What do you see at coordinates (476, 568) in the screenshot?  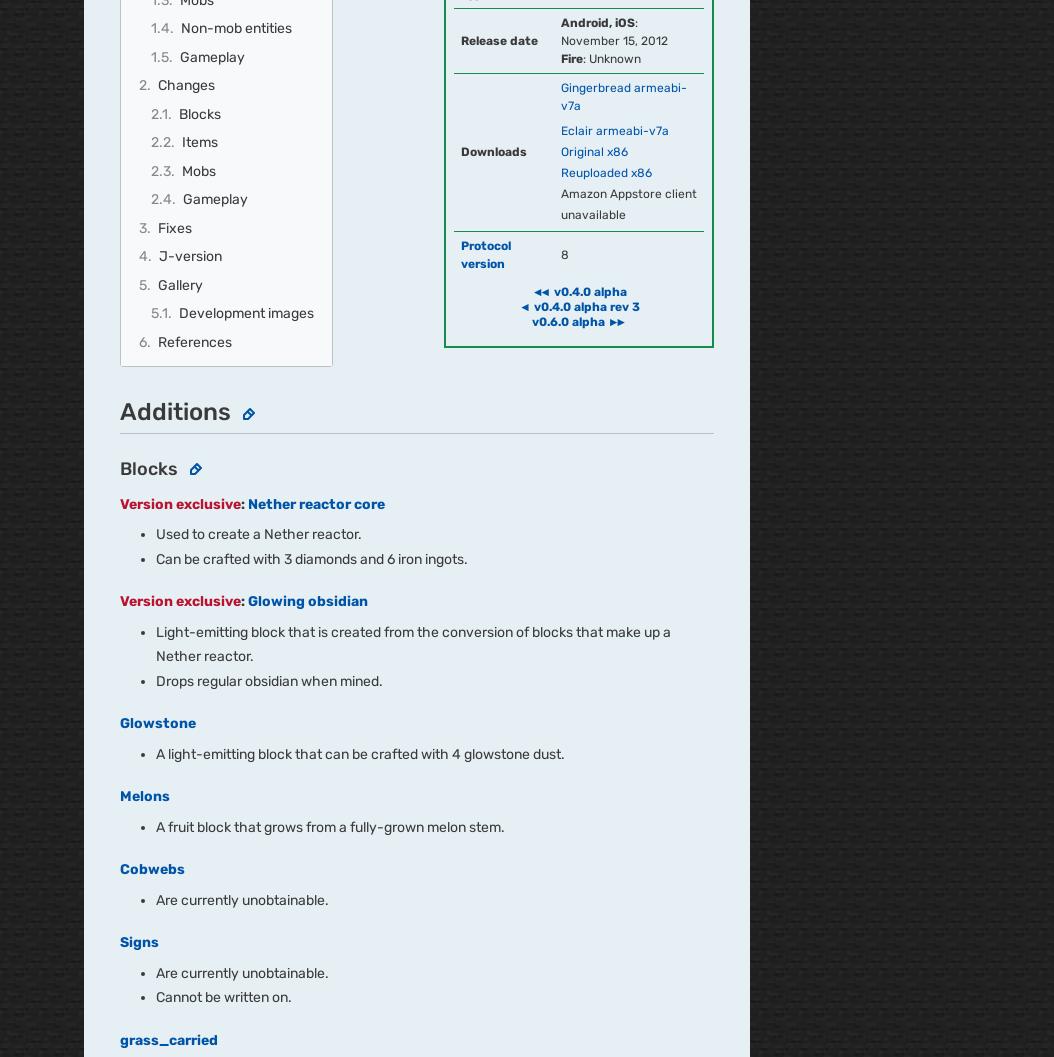 I see `'Privacy Policy'` at bounding box center [476, 568].